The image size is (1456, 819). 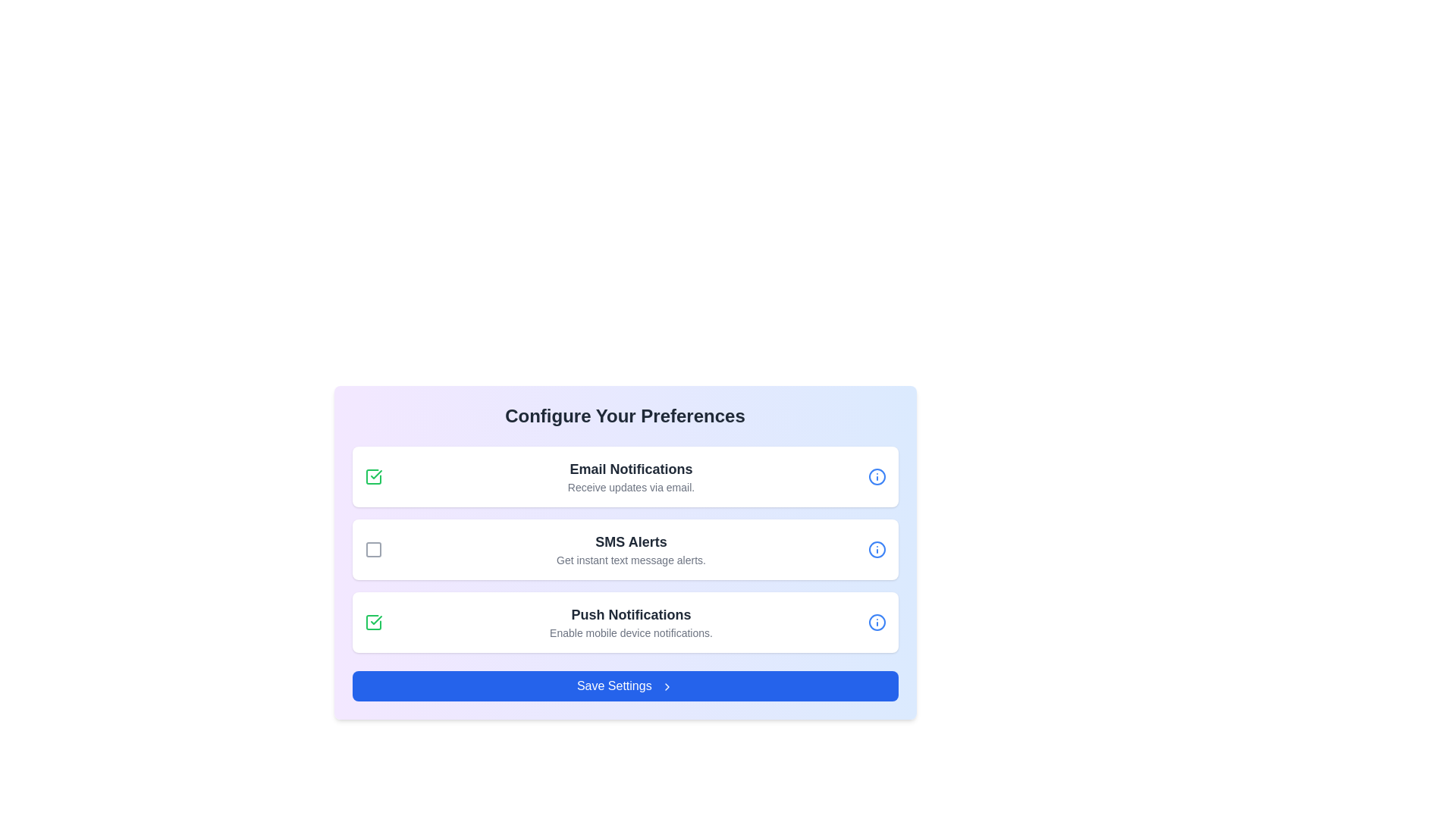 I want to click on the 'Email Notifications' checkbox, so click(x=373, y=475).